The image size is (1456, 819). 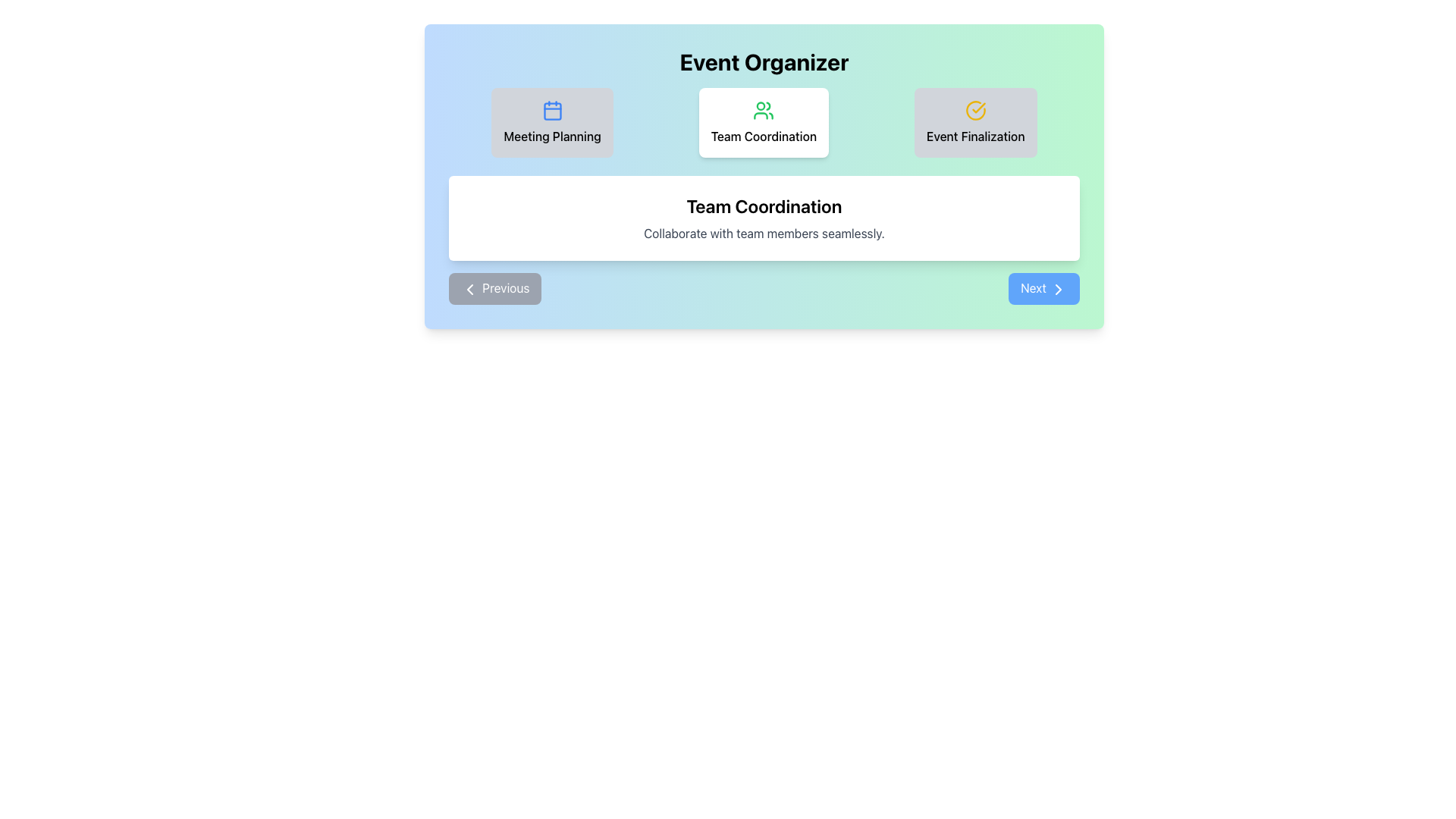 What do you see at coordinates (761, 105) in the screenshot?
I see `the small circular component within the 'Team Coordination' icon that represents a group of people` at bounding box center [761, 105].